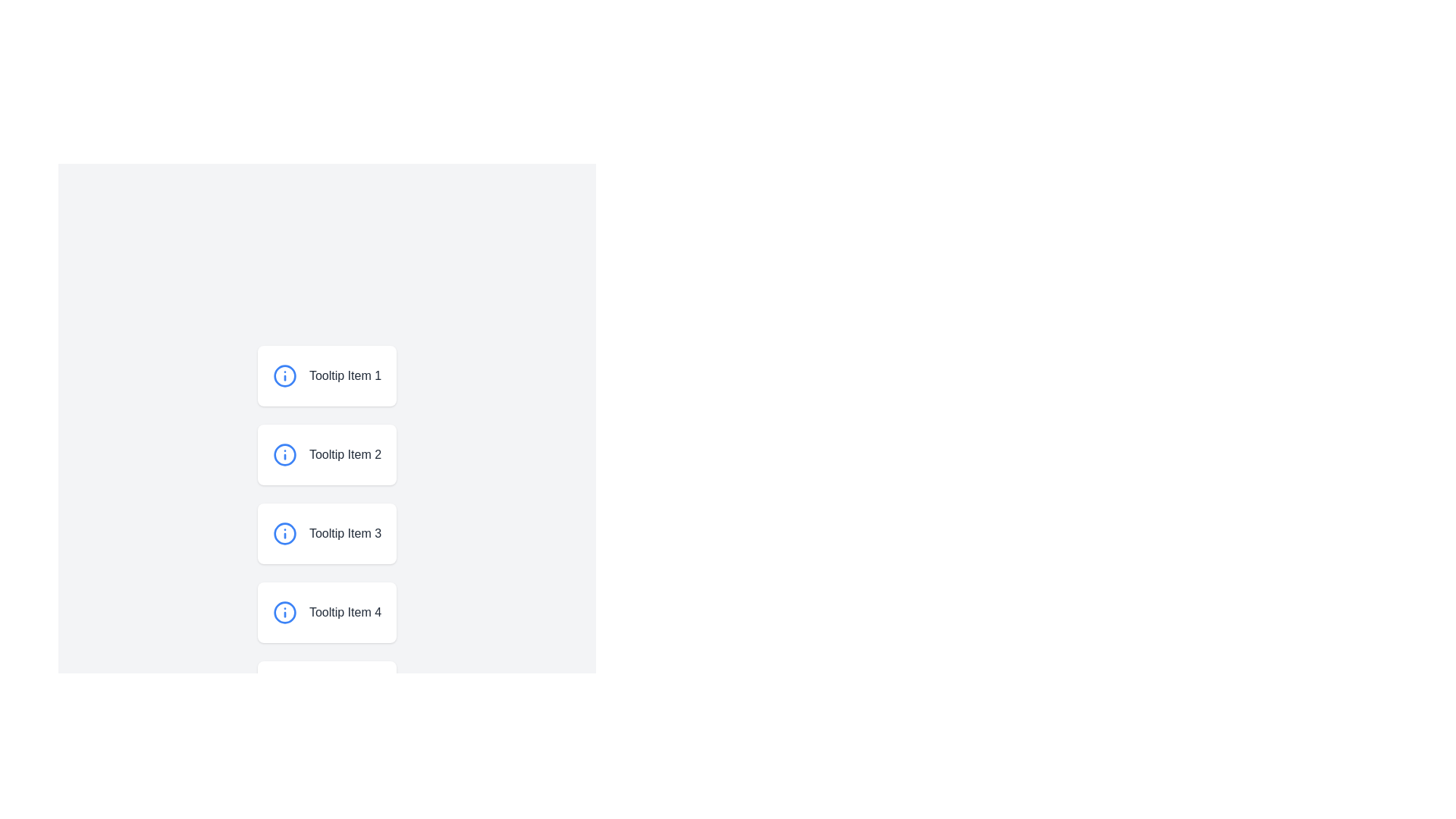 The image size is (1456, 819). What do you see at coordinates (284, 533) in the screenshot?
I see `the SVG icon located to the left of 'Tooltip Item 3' in the third row of the vertical list, which serves as a visual cue for additional information` at bounding box center [284, 533].